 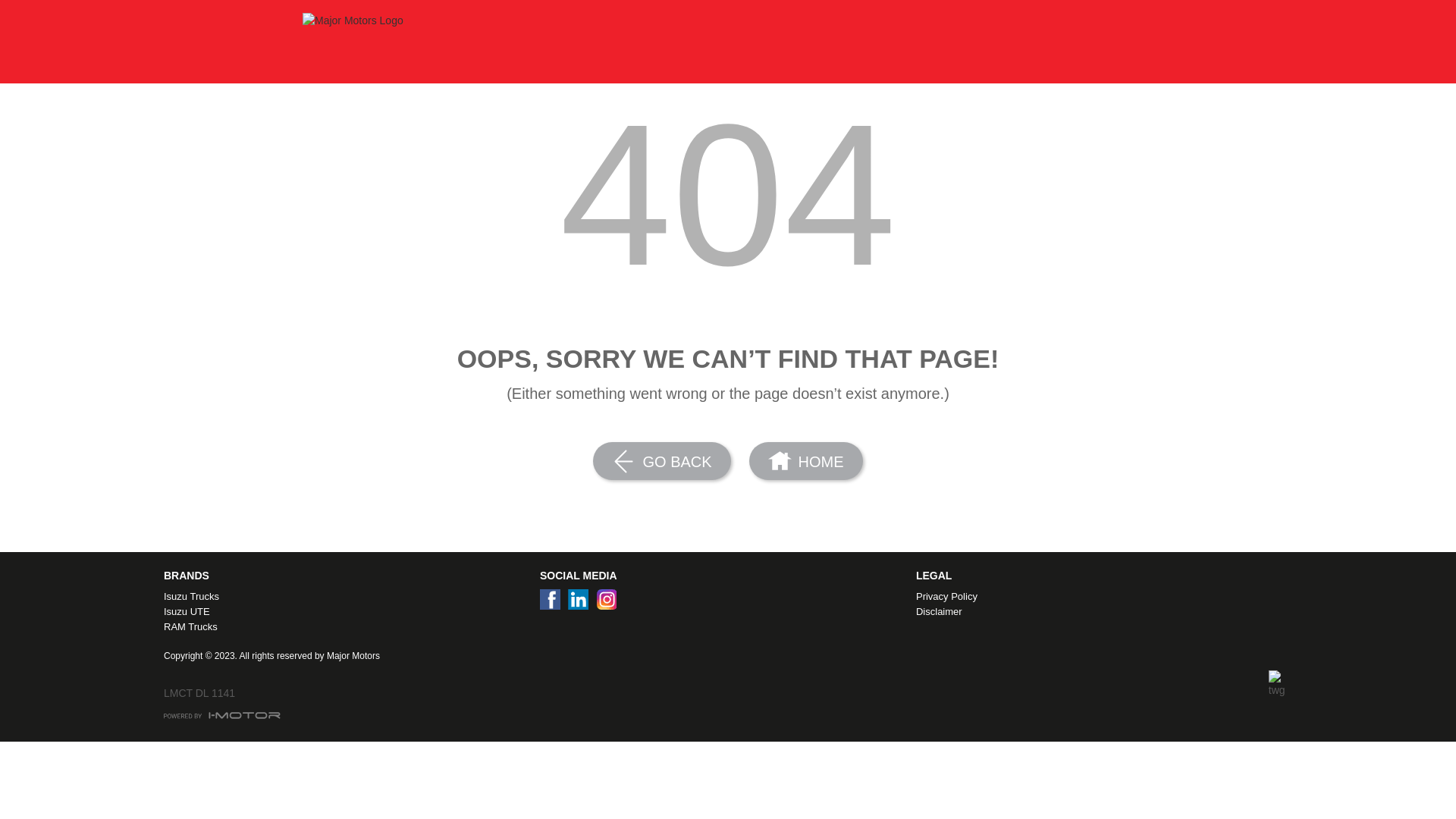 I want to click on 'facebook', so click(x=553, y=602).